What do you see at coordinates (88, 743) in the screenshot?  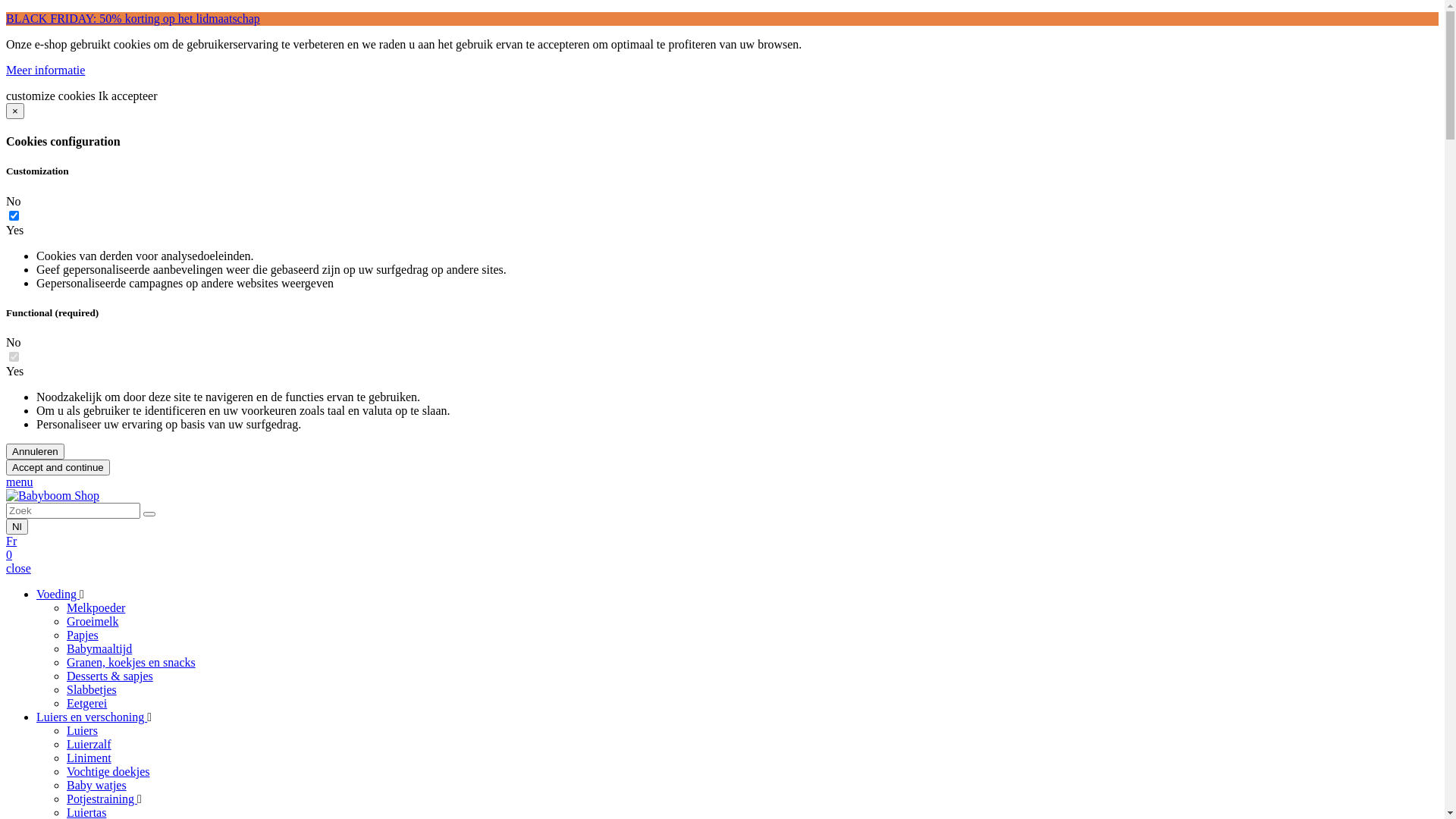 I see `'Luierzalf'` at bounding box center [88, 743].